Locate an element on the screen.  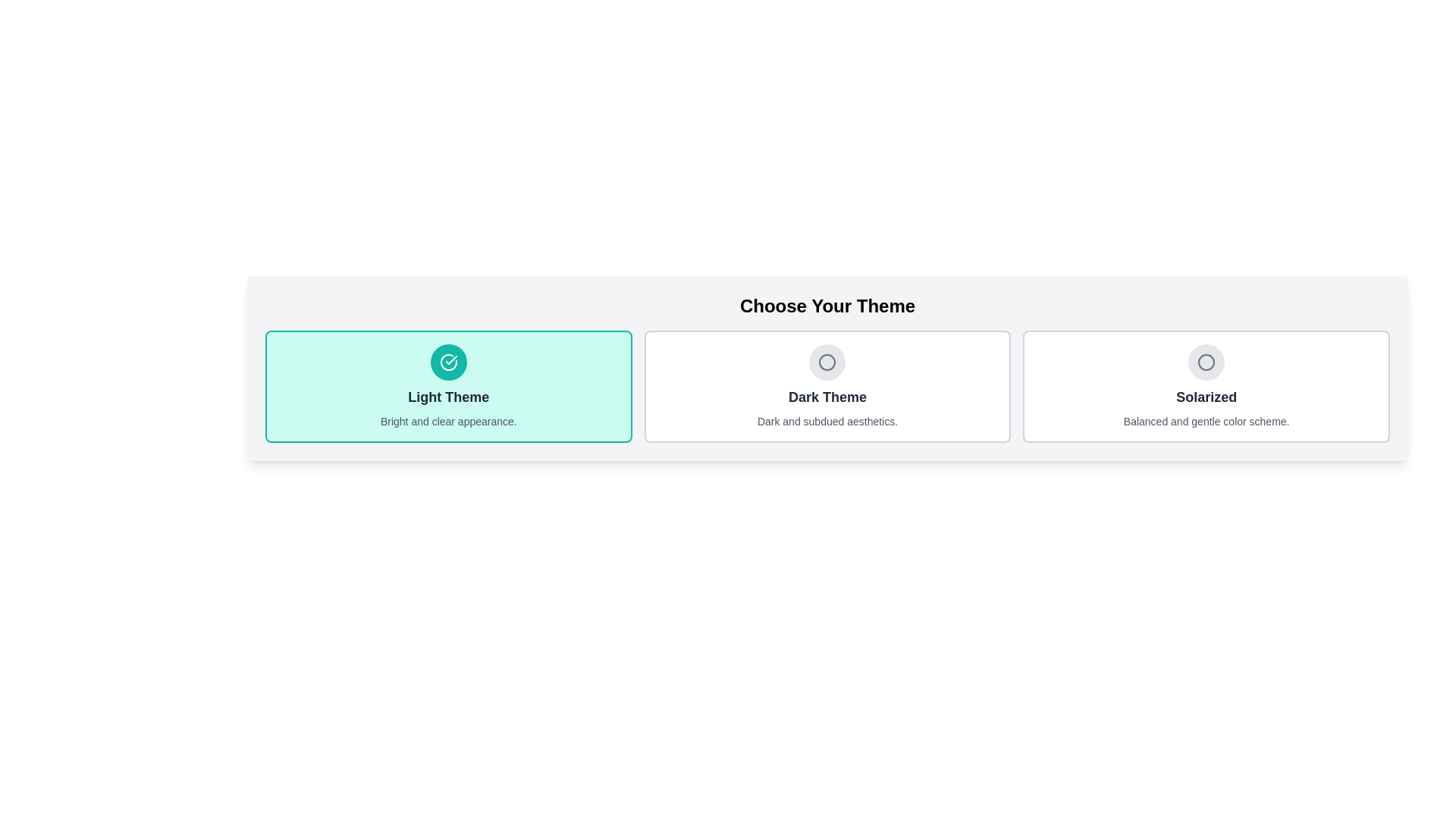
the circular icon representing the 'Dark Theme' option, located above the label 'Dark Theme' in the theme selection group is located at coordinates (827, 362).